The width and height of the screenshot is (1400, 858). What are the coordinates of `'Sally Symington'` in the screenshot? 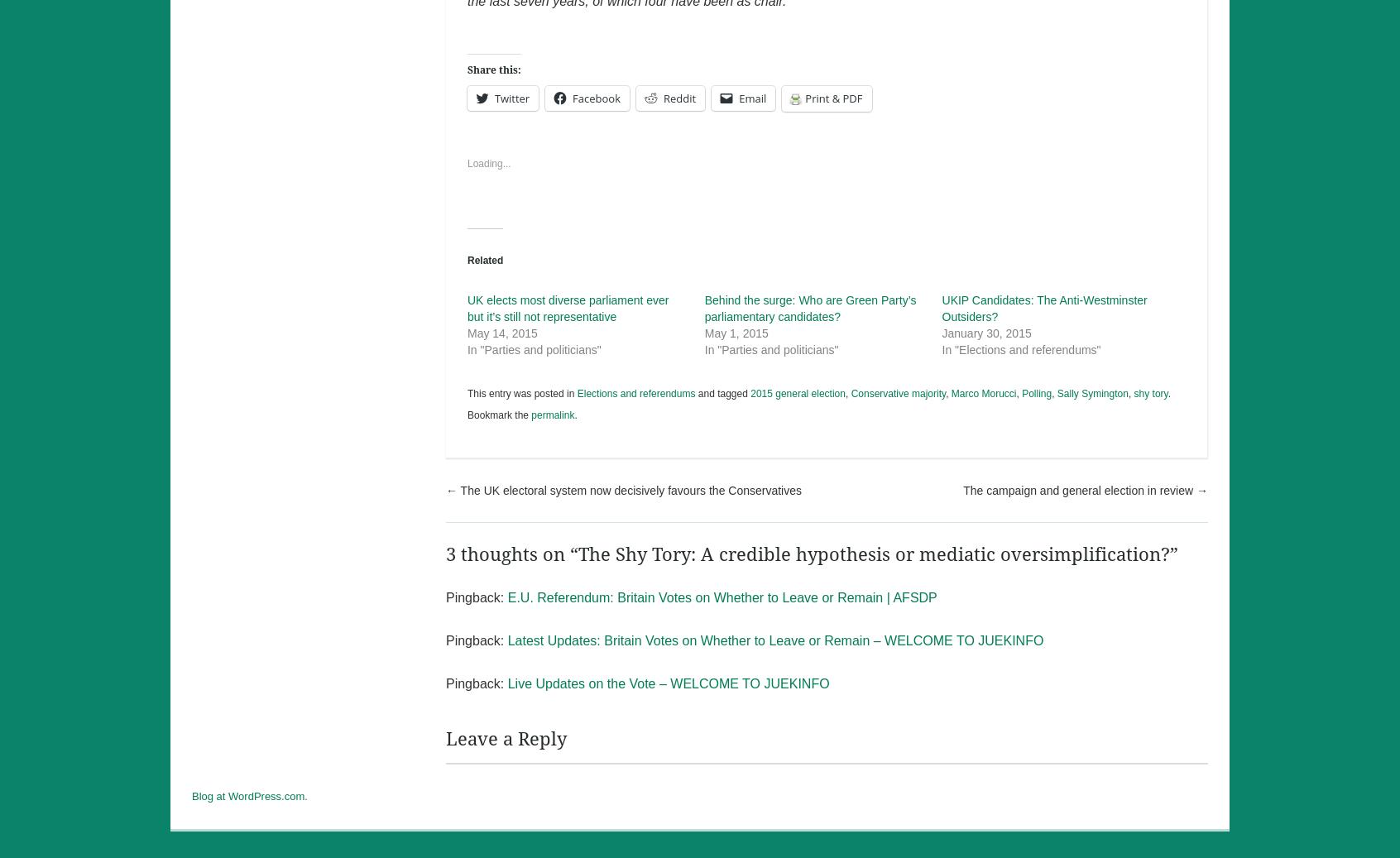 It's located at (1091, 392).